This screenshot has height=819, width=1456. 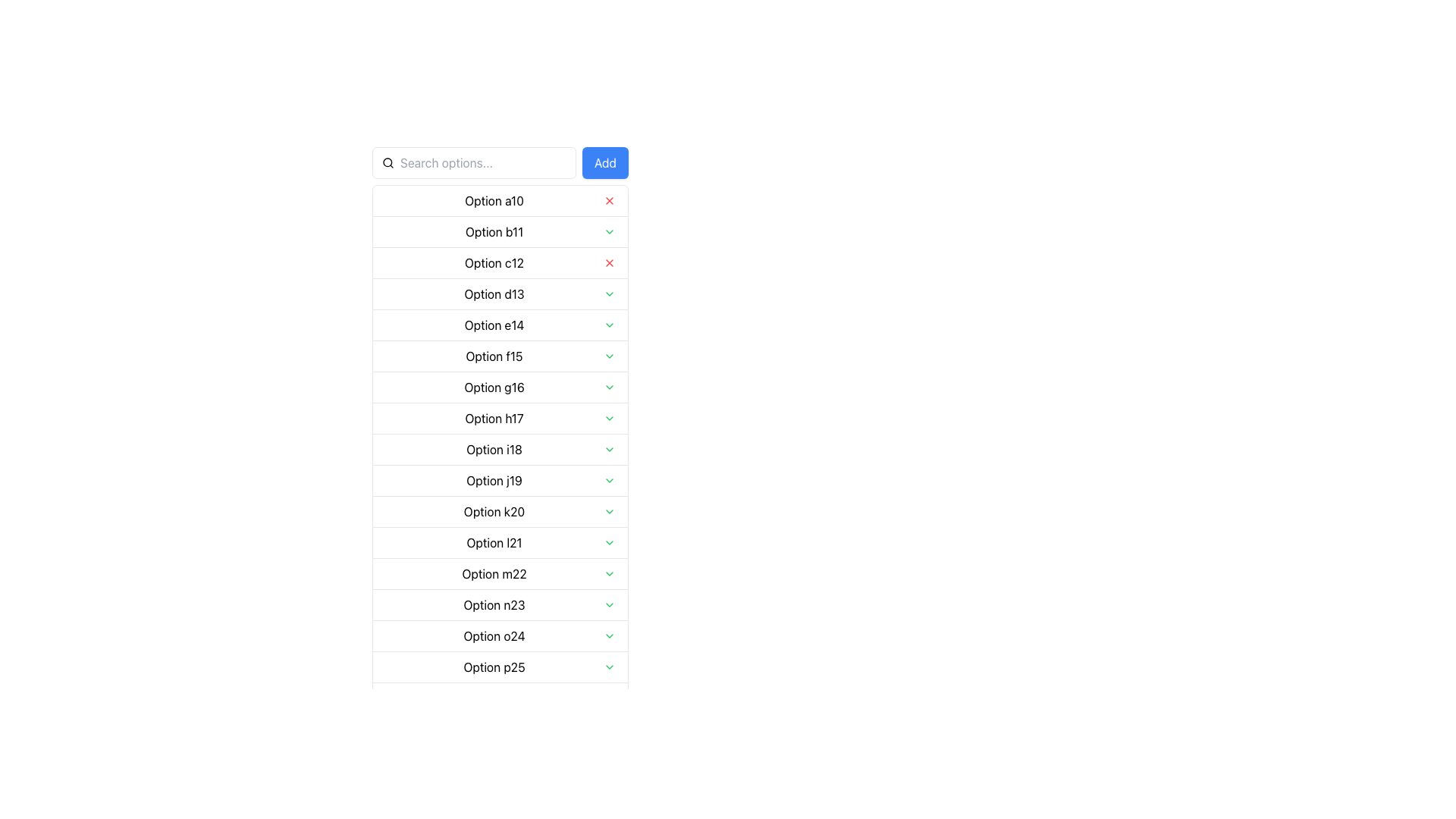 What do you see at coordinates (610, 324) in the screenshot?
I see `the icon located at the far right of the 'Option e14' row` at bounding box center [610, 324].